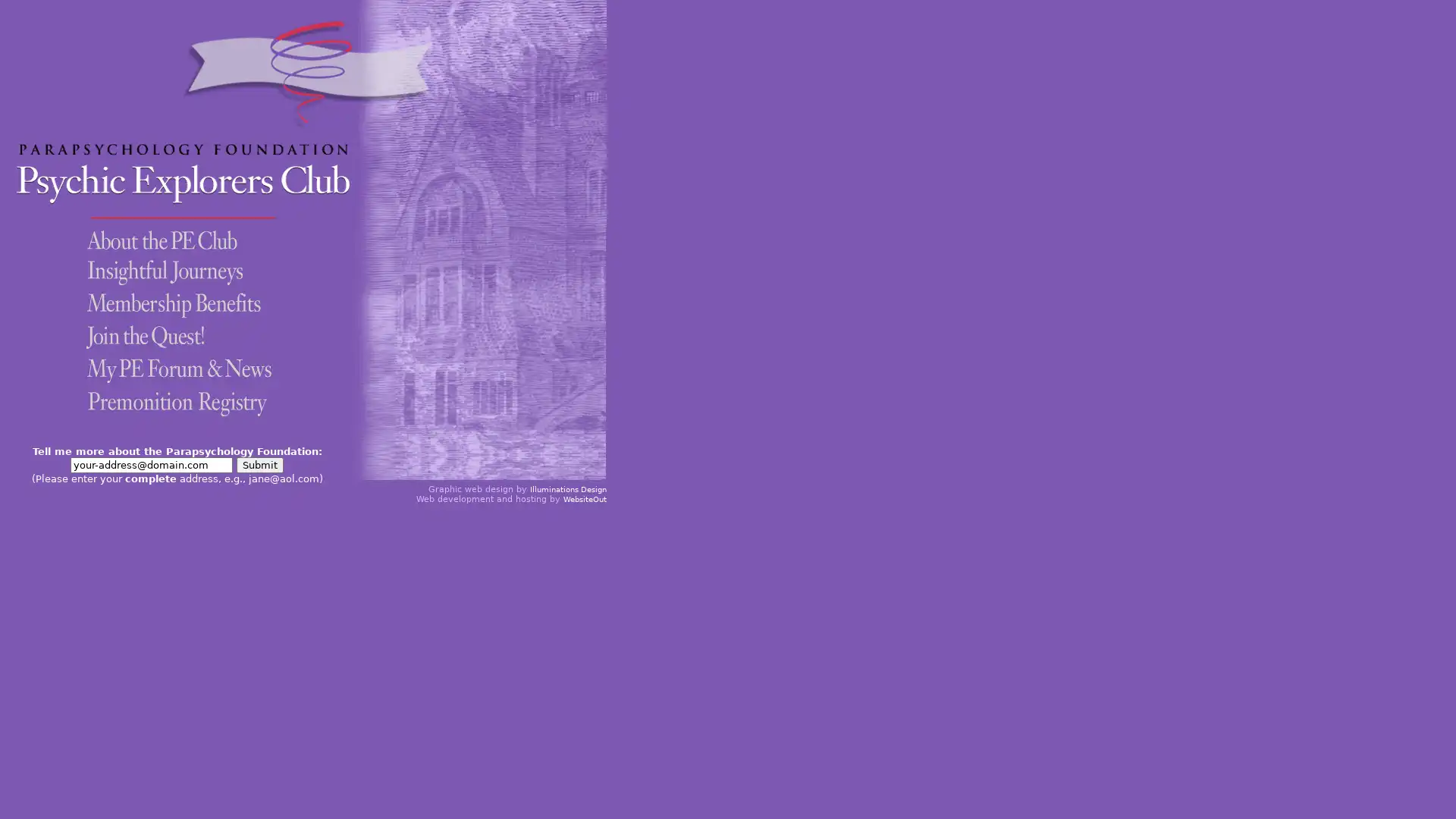 Image resolution: width=1456 pixels, height=819 pixels. I want to click on Submit, so click(259, 464).